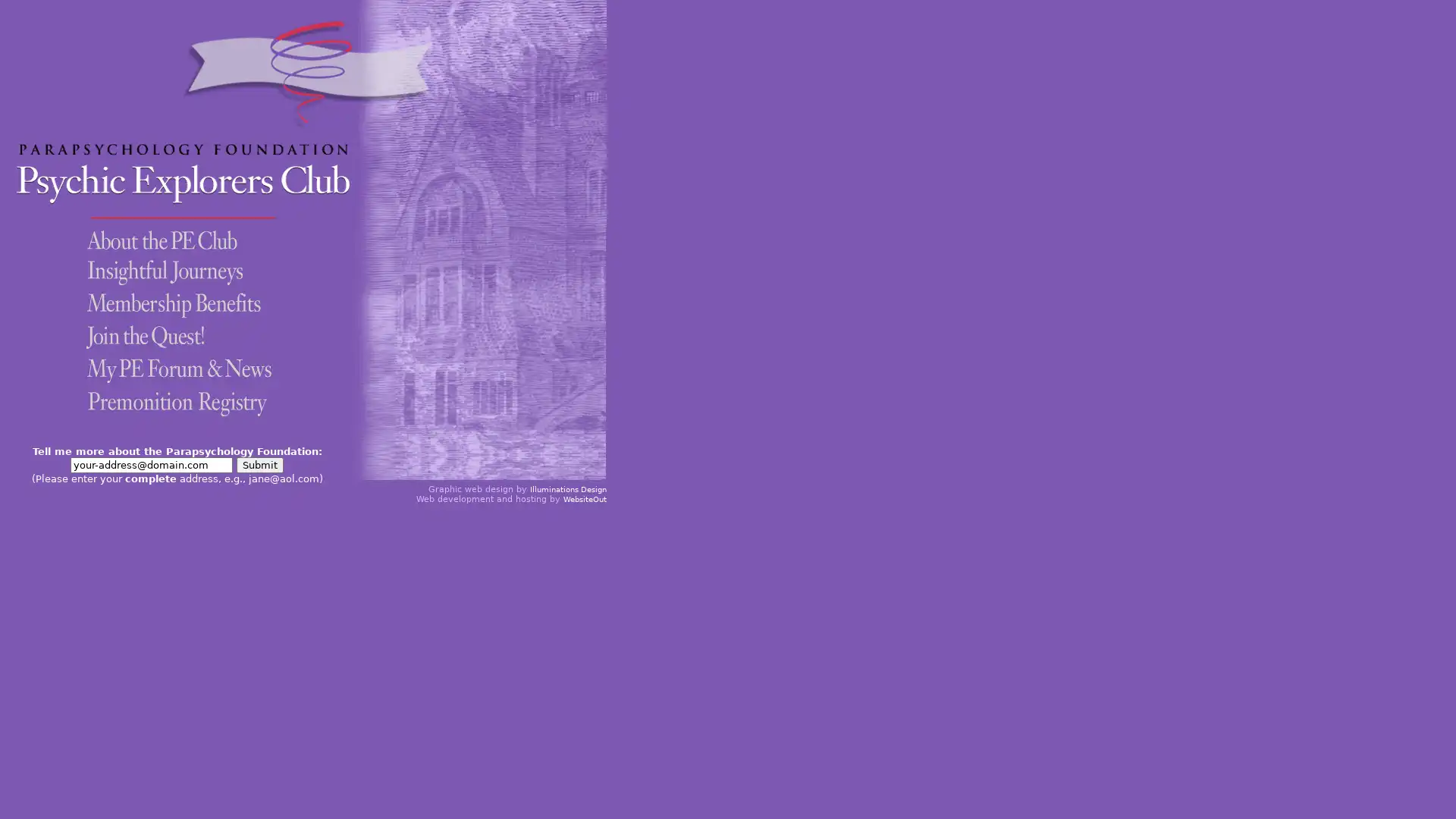 Image resolution: width=1456 pixels, height=819 pixels. I want to click on Submit, so click(259, 464).